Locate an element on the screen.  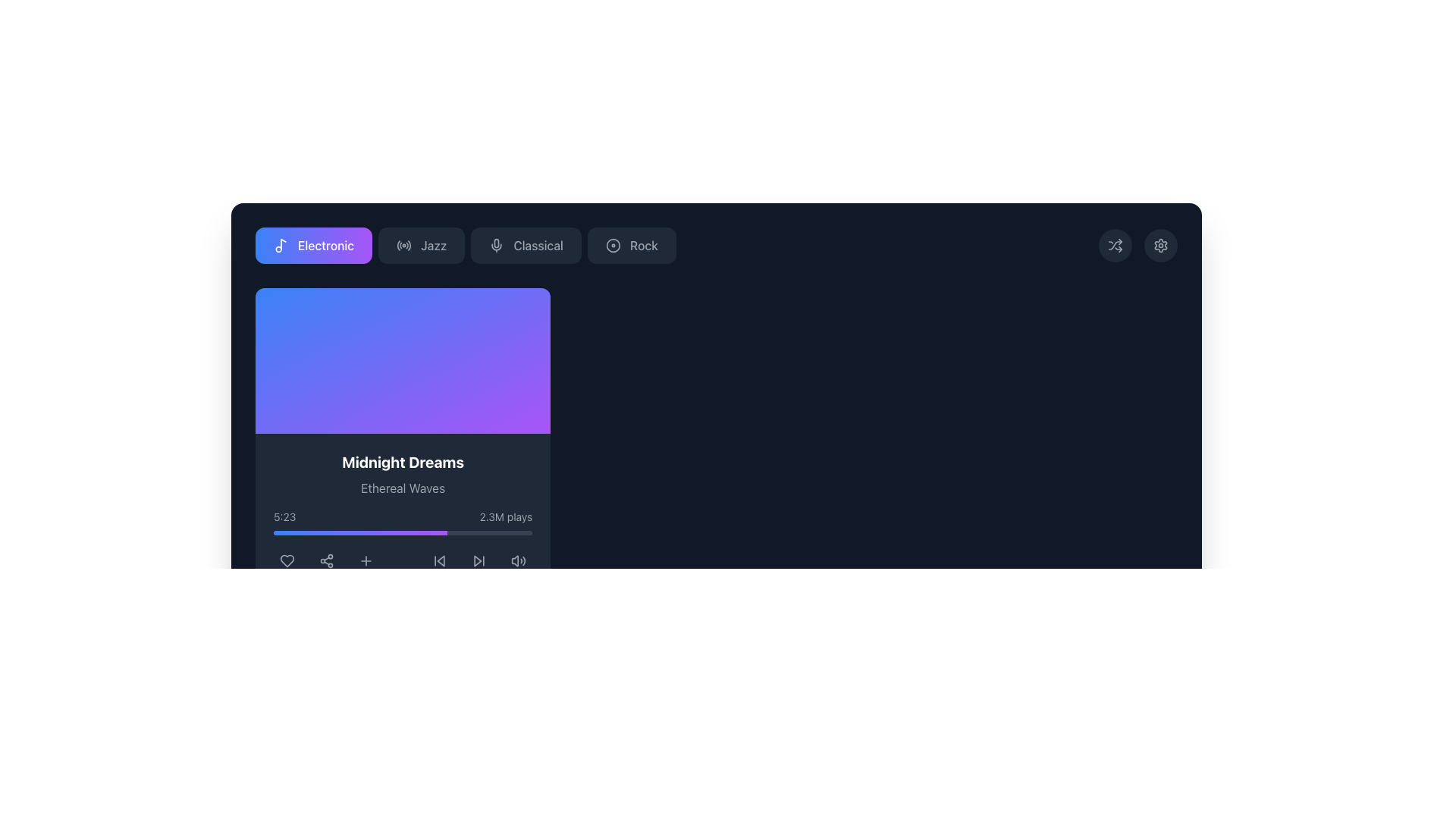
the 'Jazz' button, which is a rounded rectangular button with a dark background and grey text that highlights to white when hovered is located at coordinates (422, 245).